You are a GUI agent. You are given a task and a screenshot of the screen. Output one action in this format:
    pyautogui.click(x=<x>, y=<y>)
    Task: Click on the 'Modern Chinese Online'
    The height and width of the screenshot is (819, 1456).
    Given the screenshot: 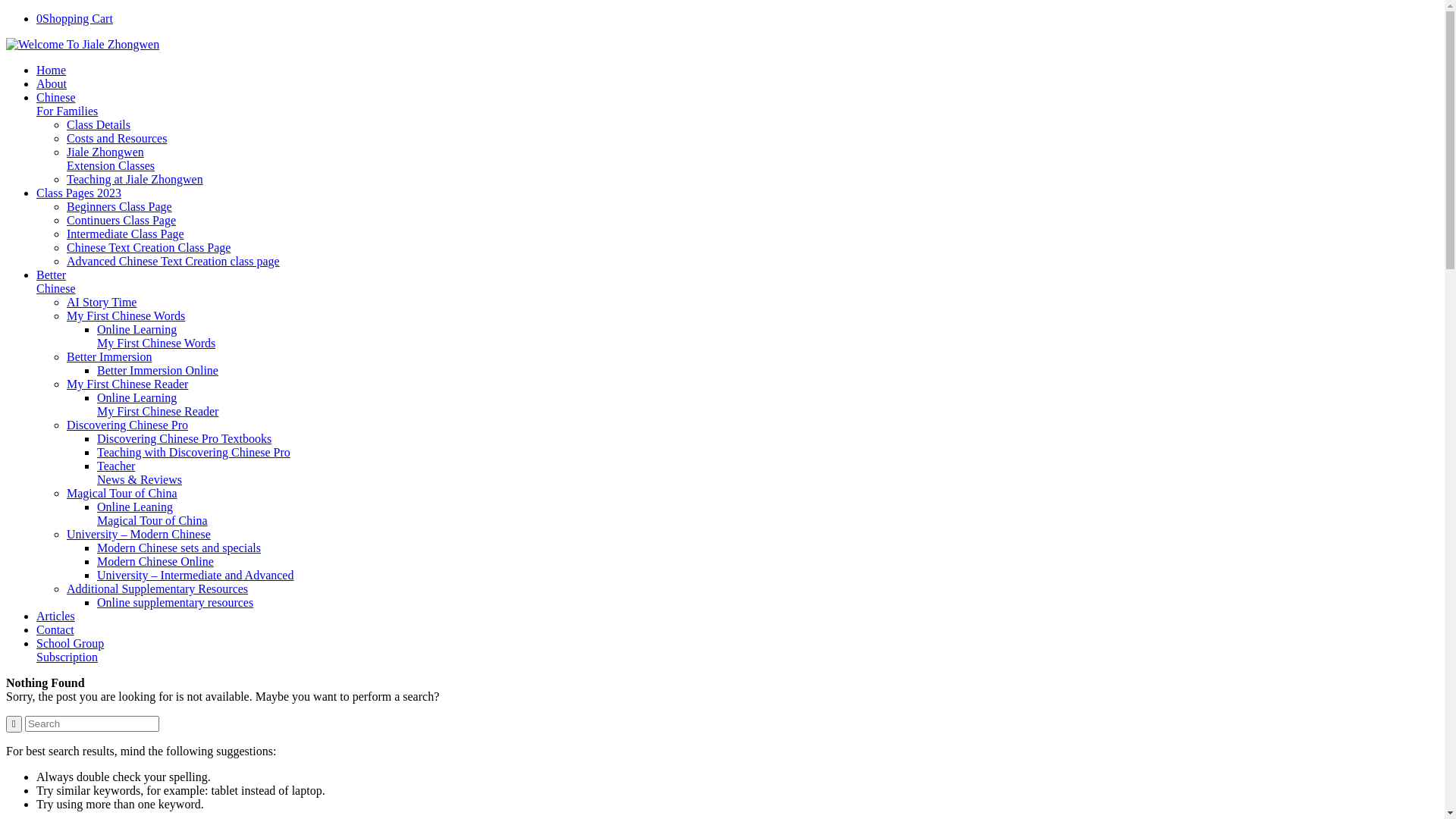 What is the action you would take?
    pyautogui.click(x=155, y=561)
    